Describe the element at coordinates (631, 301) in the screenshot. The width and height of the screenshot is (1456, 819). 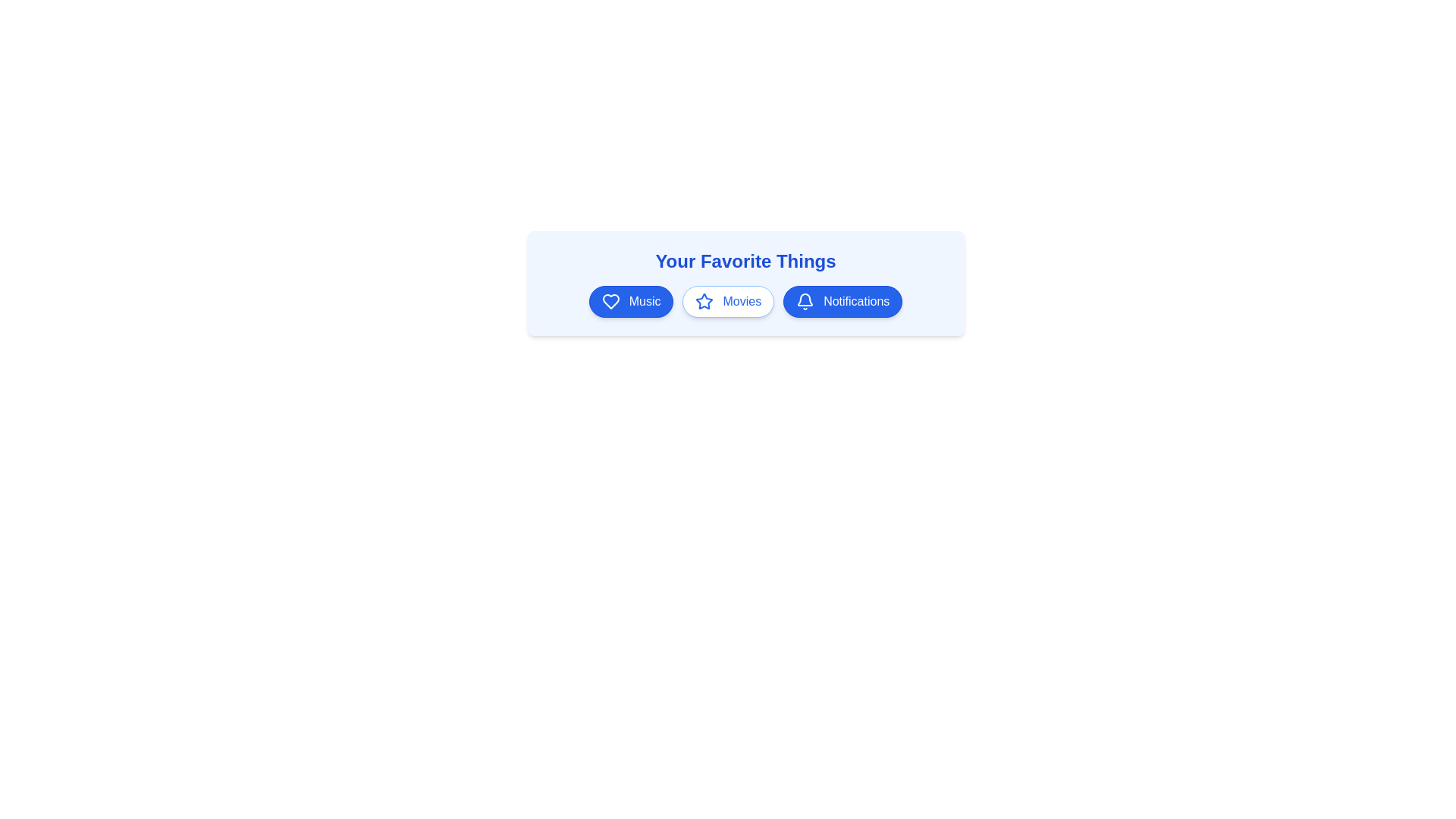
I see `the chip labeled Music to toggle its highlighted state` at that location.